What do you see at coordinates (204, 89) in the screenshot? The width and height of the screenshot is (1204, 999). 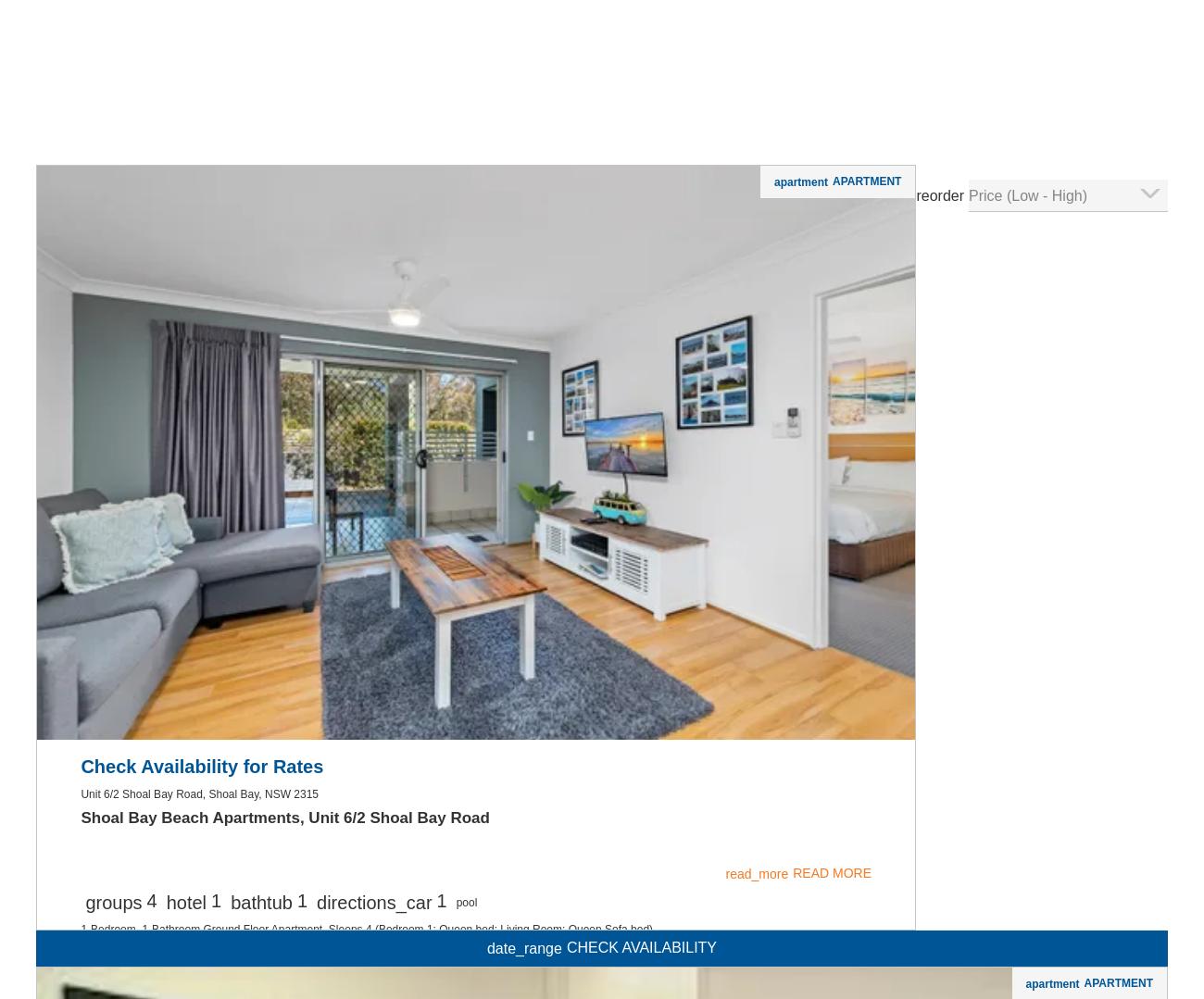 I see `'Fiddlers Green 8 - Nelson Bay'` at bounding box center [204, 89].